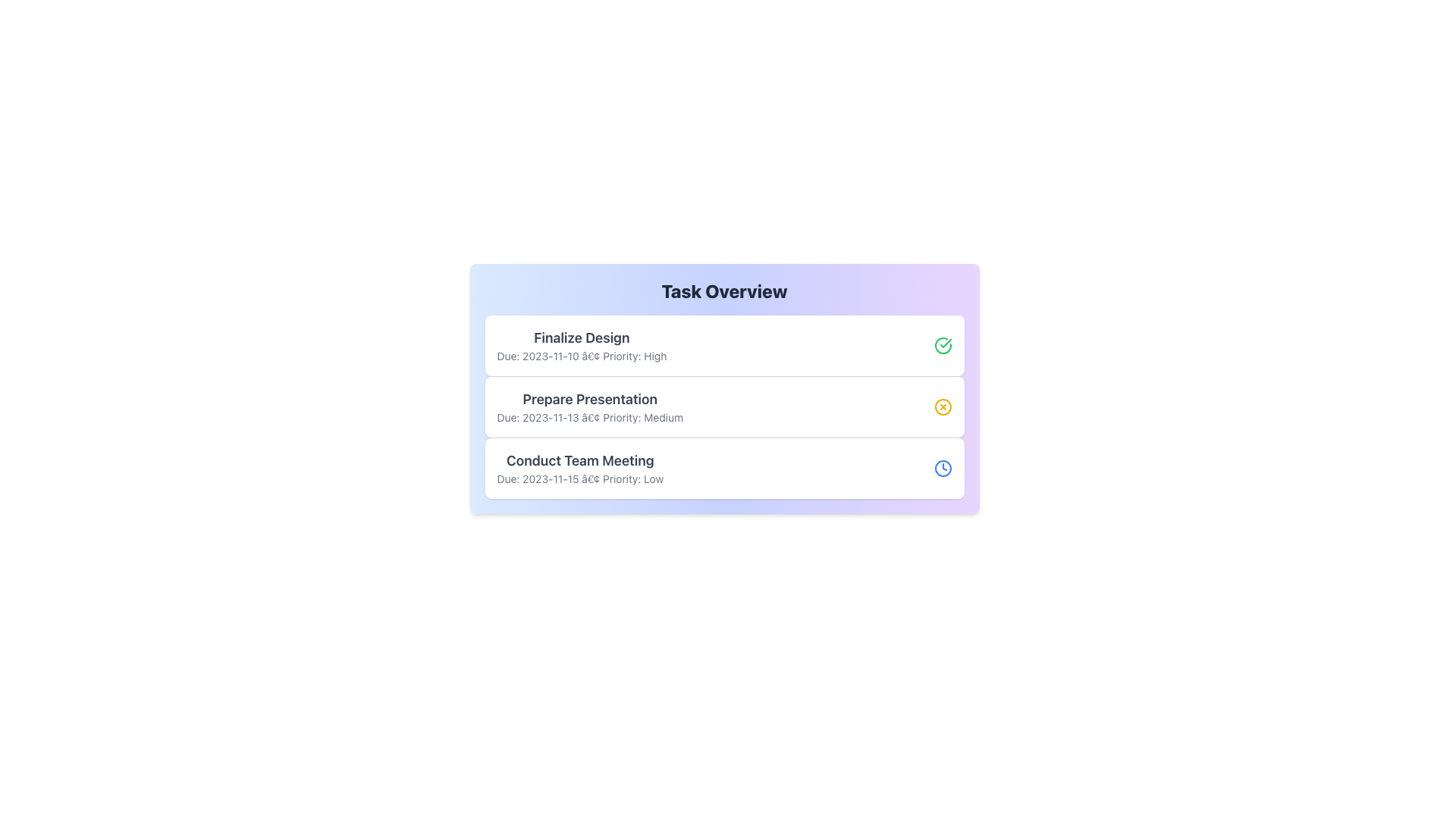 Image resolution: width=1456 pixels, height=819 pixels. What do you see at coordinates (589, 399) in the screenshot?
I see `the text label that displays 'Prepare Presentation', which is a bold gray text centered in the second task item of a vertical list` at bounding box center [589, 399].